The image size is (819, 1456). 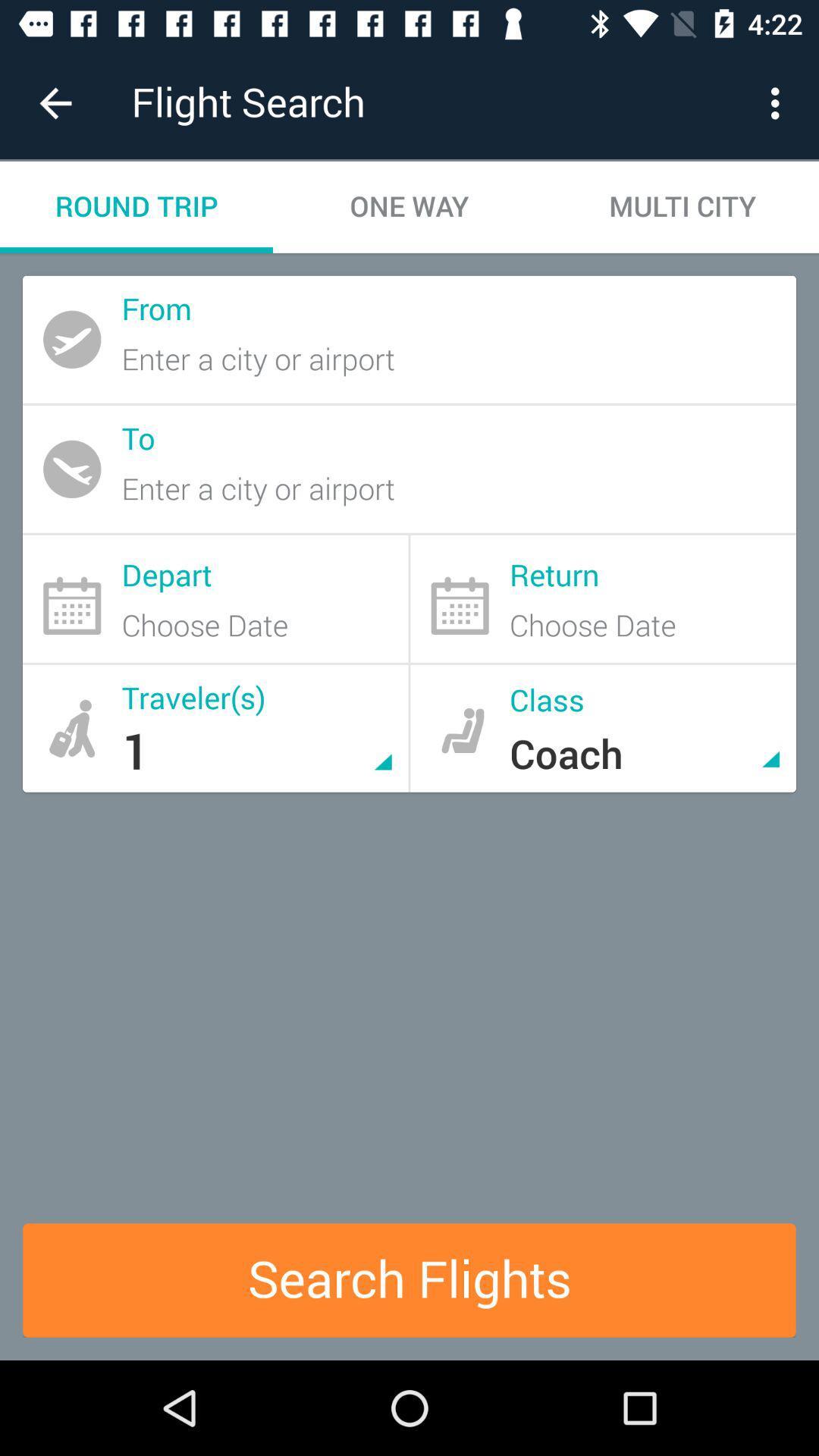 What do you see at coordinates (55, 102) in the screenshot?
I see `item to the left of flight search icon` at bounding box center [55, 102].